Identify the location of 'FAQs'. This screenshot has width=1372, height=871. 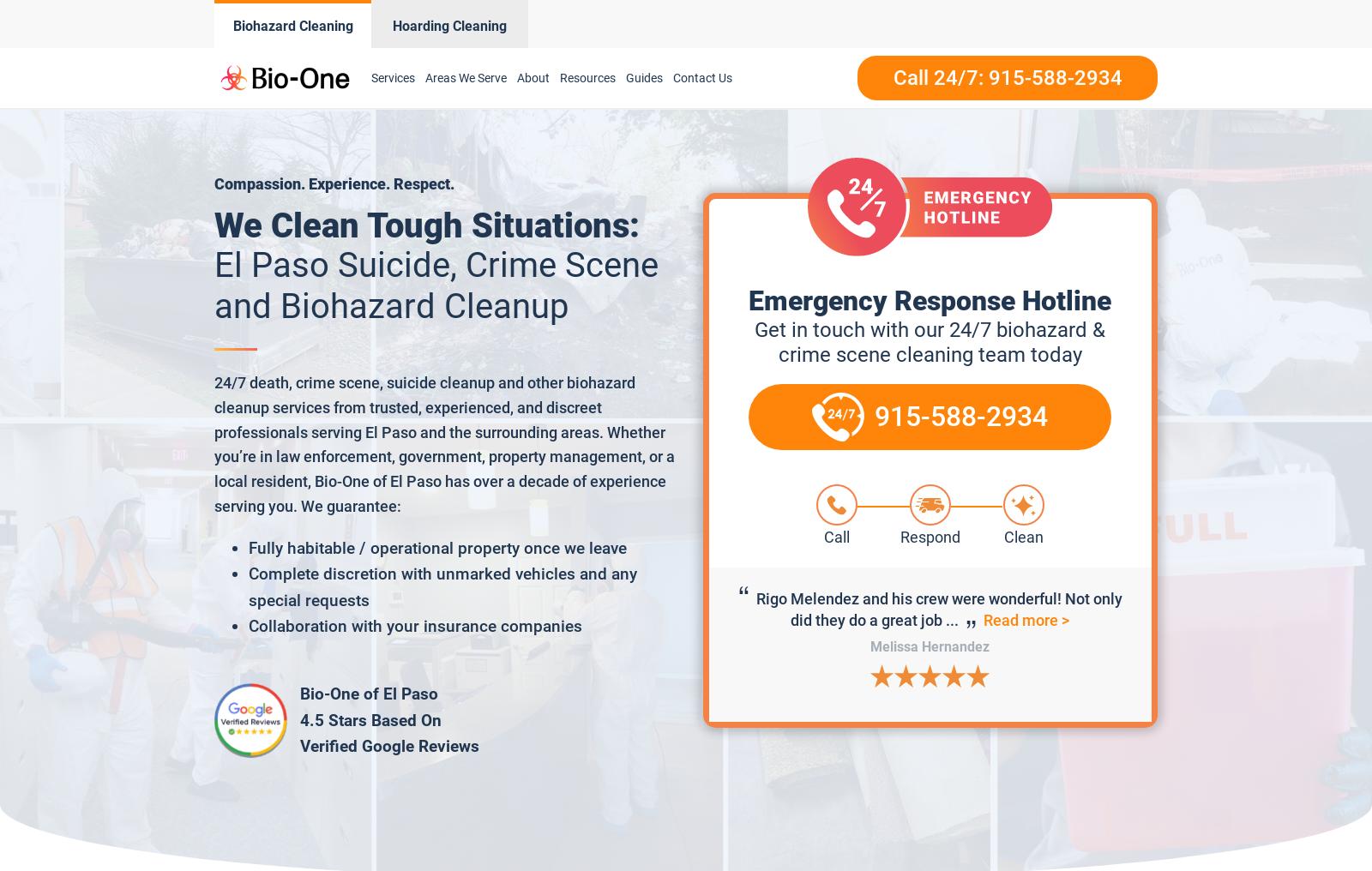
(582, 275).